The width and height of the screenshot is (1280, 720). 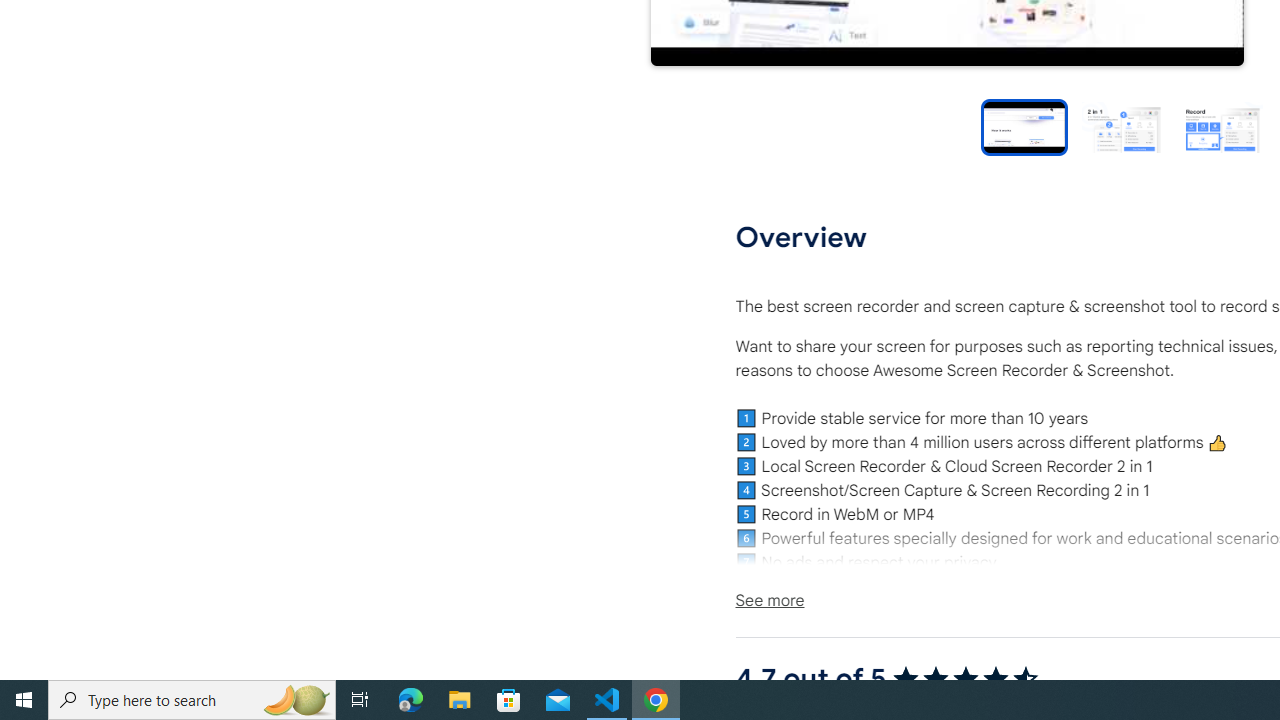 What do you see at coordinates (1122, 126) in the screenshot?
I see `'Preview slide 2'` at bounding box center [1122, 126].